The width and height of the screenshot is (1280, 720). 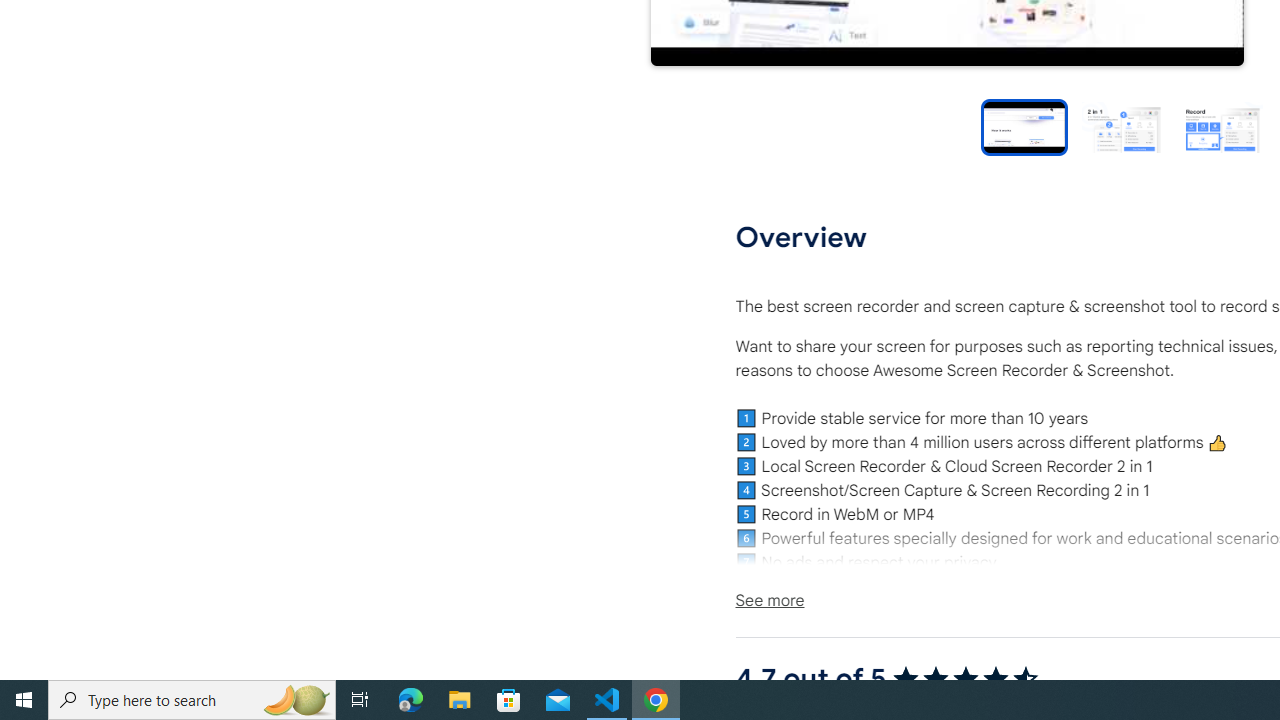 What do you see at coordinates (1122, 126) in the screenshot?
I see `'Preview slide 2'` at bounding box center [1122, 126].